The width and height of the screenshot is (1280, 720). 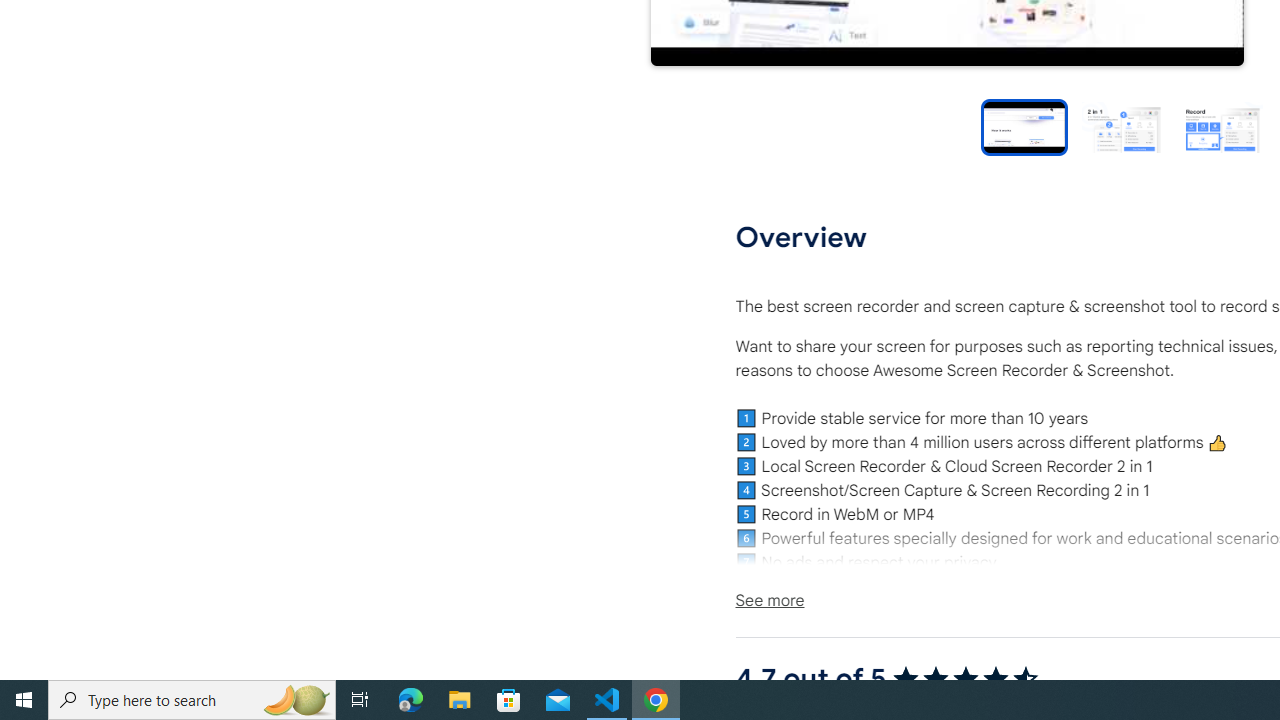 What do you see at coordinates (1122, 126) in the screenshot?
I see `'Preview slide 2'` at bounding box center [1122, 126].